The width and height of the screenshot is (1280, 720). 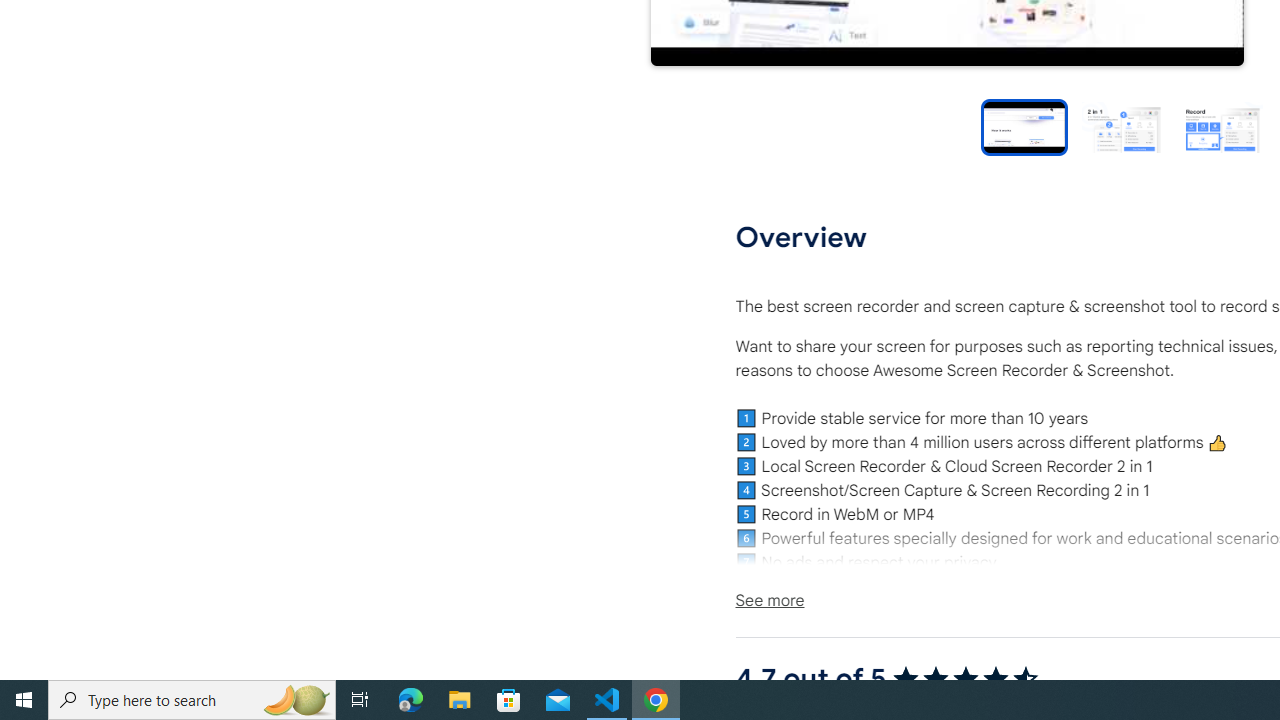 What do you see at coordinates (1122, 126) in the screenshot?
I see `'Preview slide 2'` at bounding box center [1122, 126].